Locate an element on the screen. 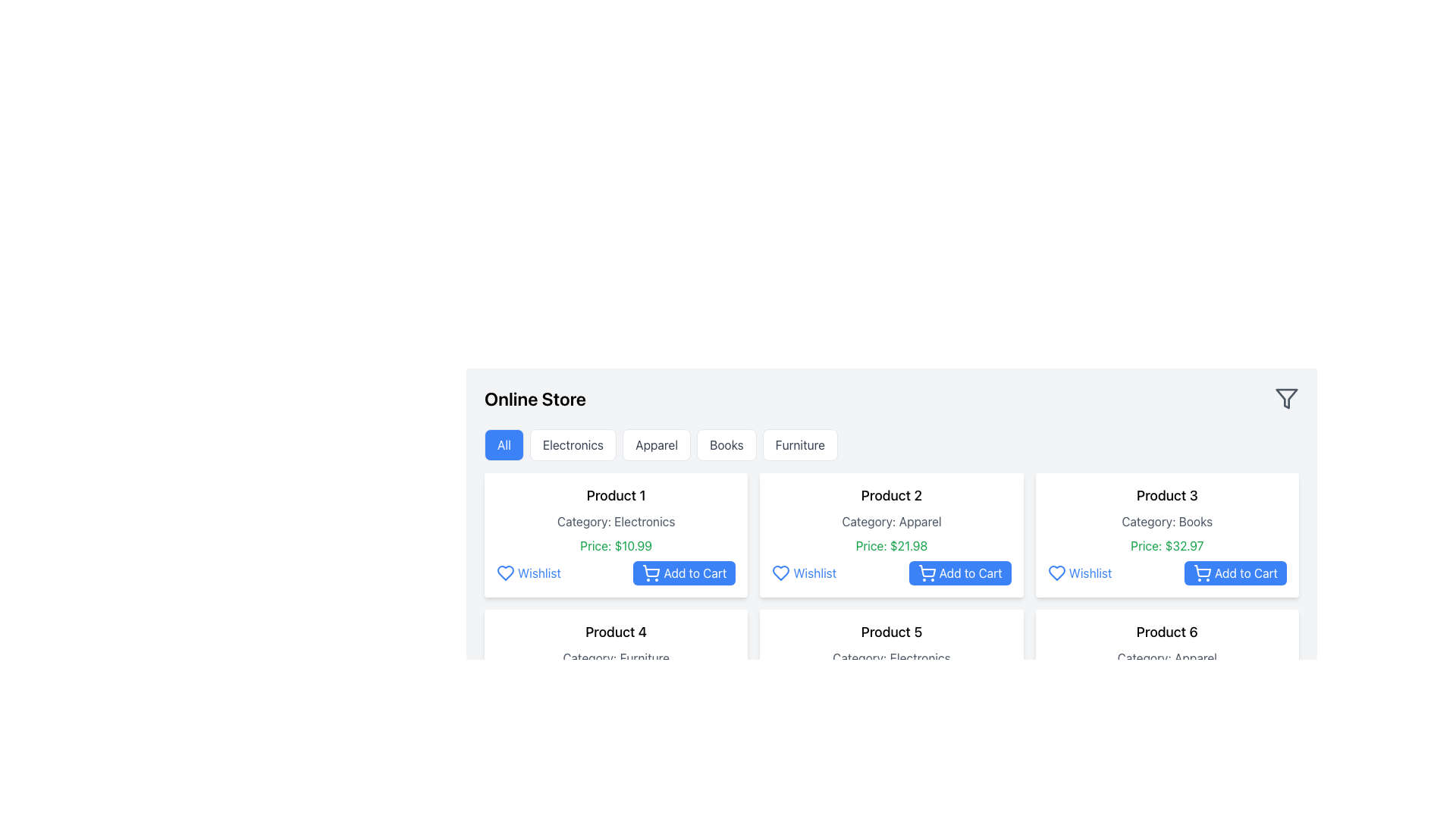  the text label 'Product 3', which is positioned at the top of a product card in the third column of a grid layout is located at coordinates (1166, 496).